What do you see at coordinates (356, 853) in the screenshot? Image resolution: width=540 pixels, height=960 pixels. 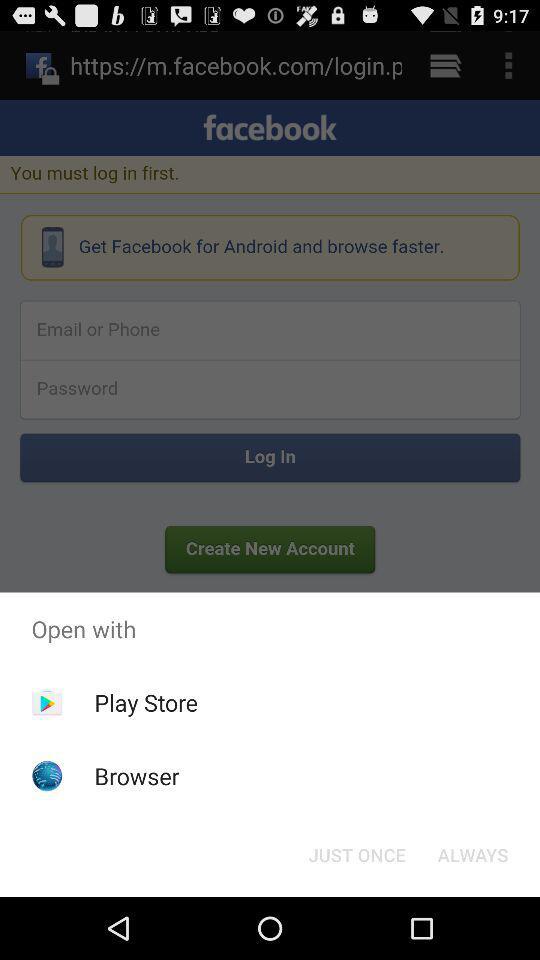 I see `the item next to the always button` at bounding box center [356, 853].